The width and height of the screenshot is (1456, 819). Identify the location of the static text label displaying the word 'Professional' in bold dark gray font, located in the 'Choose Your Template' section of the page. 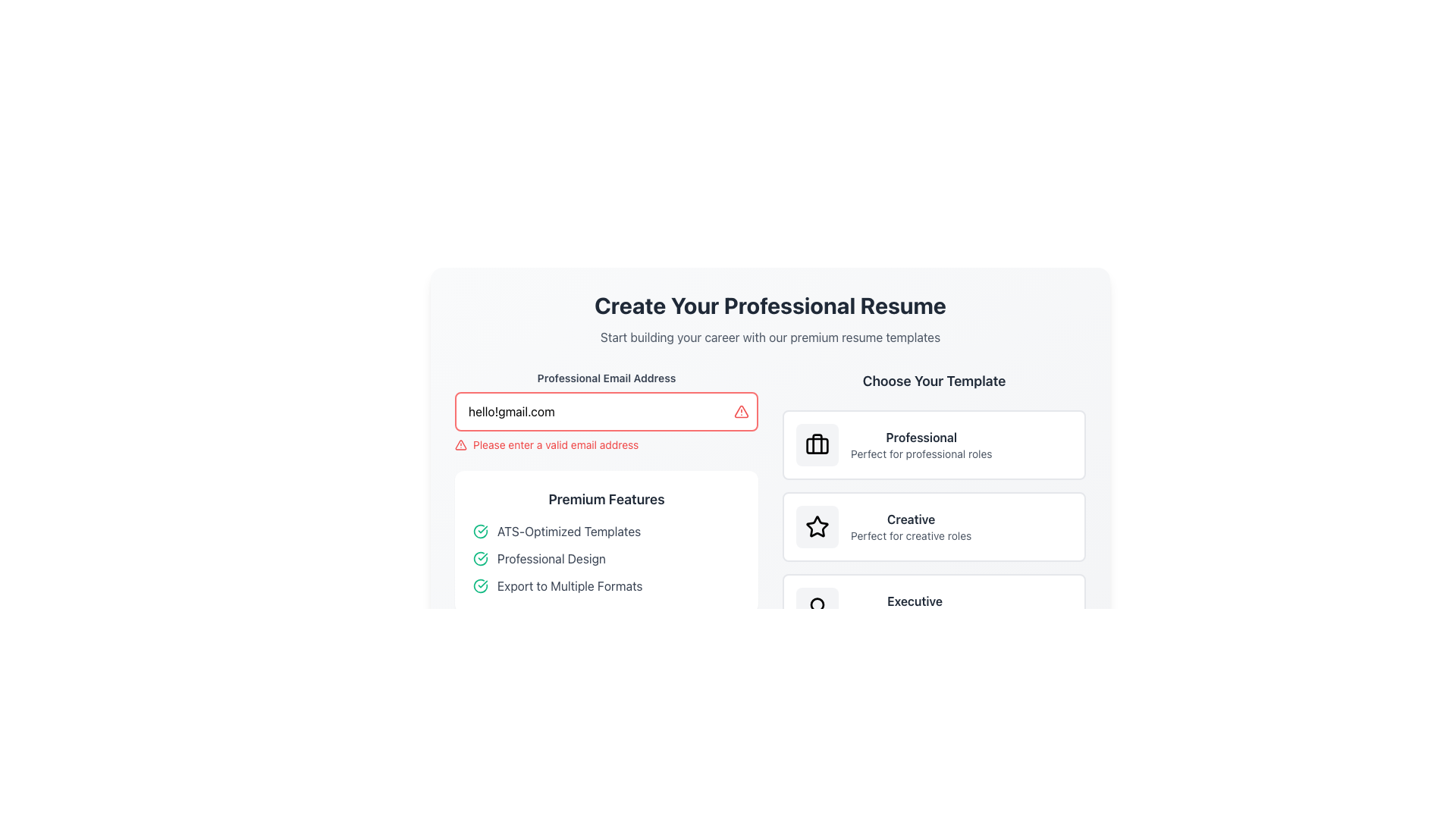
(921, 438).